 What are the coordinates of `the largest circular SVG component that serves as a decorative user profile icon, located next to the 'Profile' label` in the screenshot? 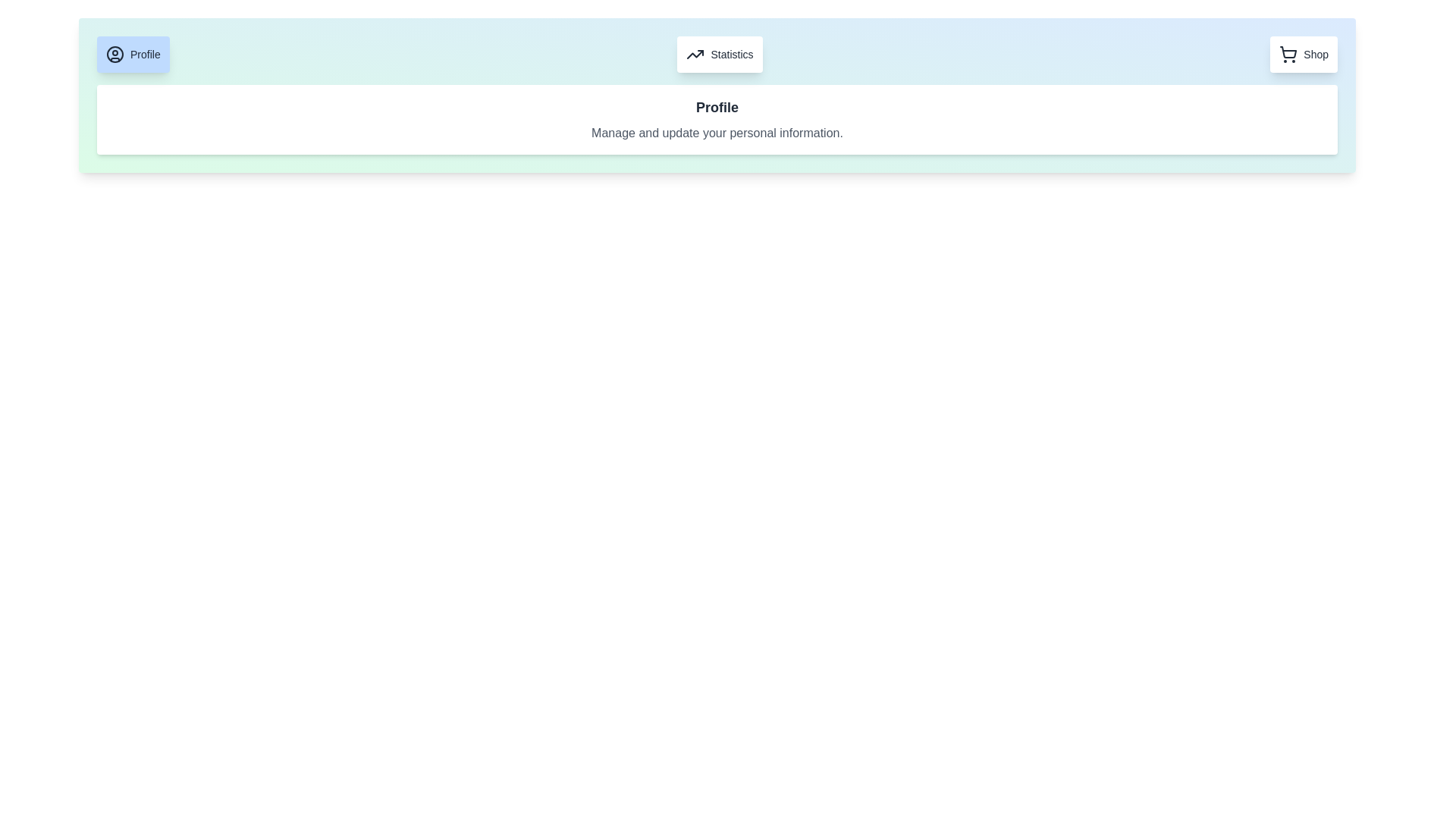 It's located at (115, 54).